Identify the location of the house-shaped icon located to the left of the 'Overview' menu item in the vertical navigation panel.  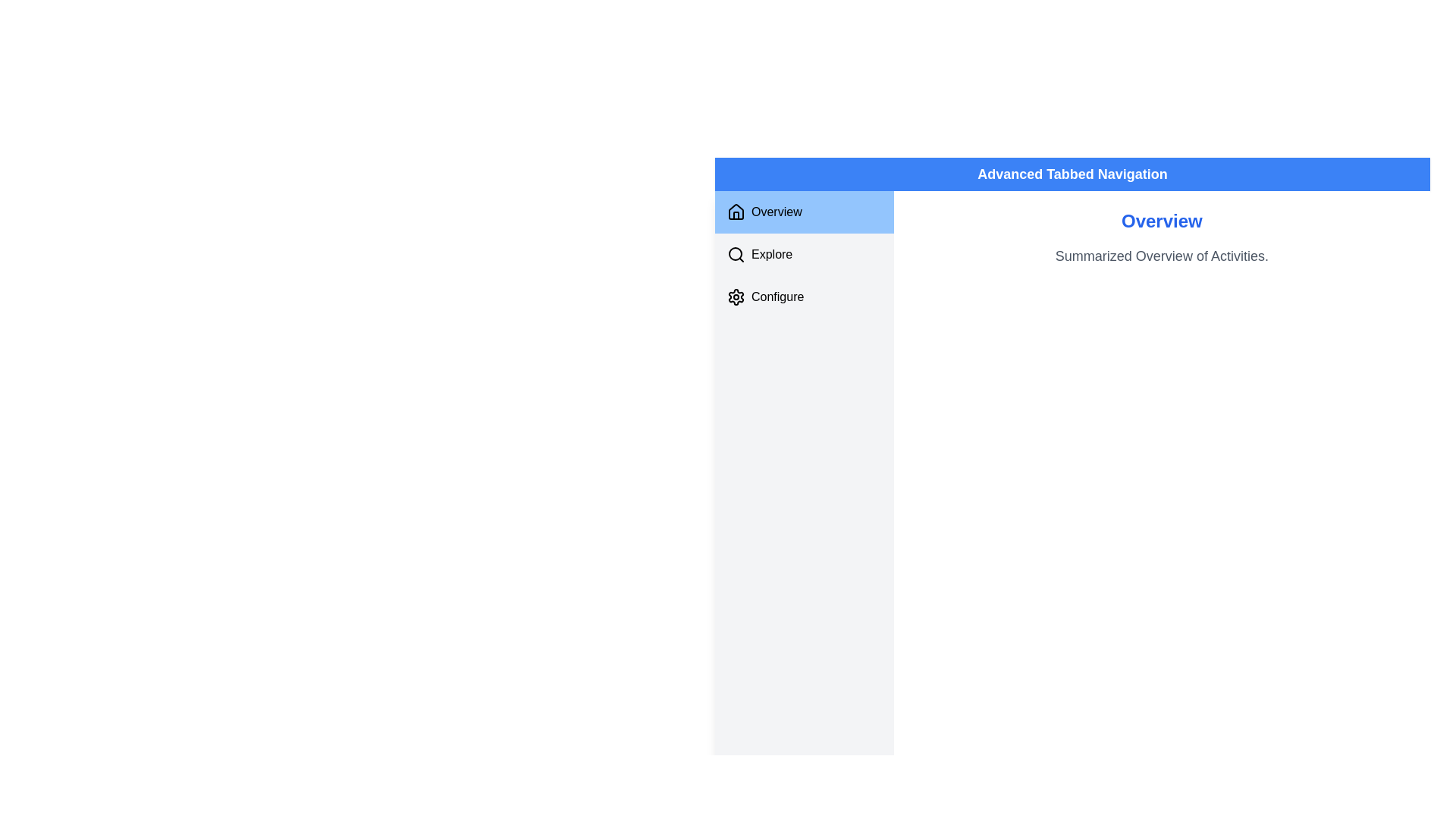
(736, 212).